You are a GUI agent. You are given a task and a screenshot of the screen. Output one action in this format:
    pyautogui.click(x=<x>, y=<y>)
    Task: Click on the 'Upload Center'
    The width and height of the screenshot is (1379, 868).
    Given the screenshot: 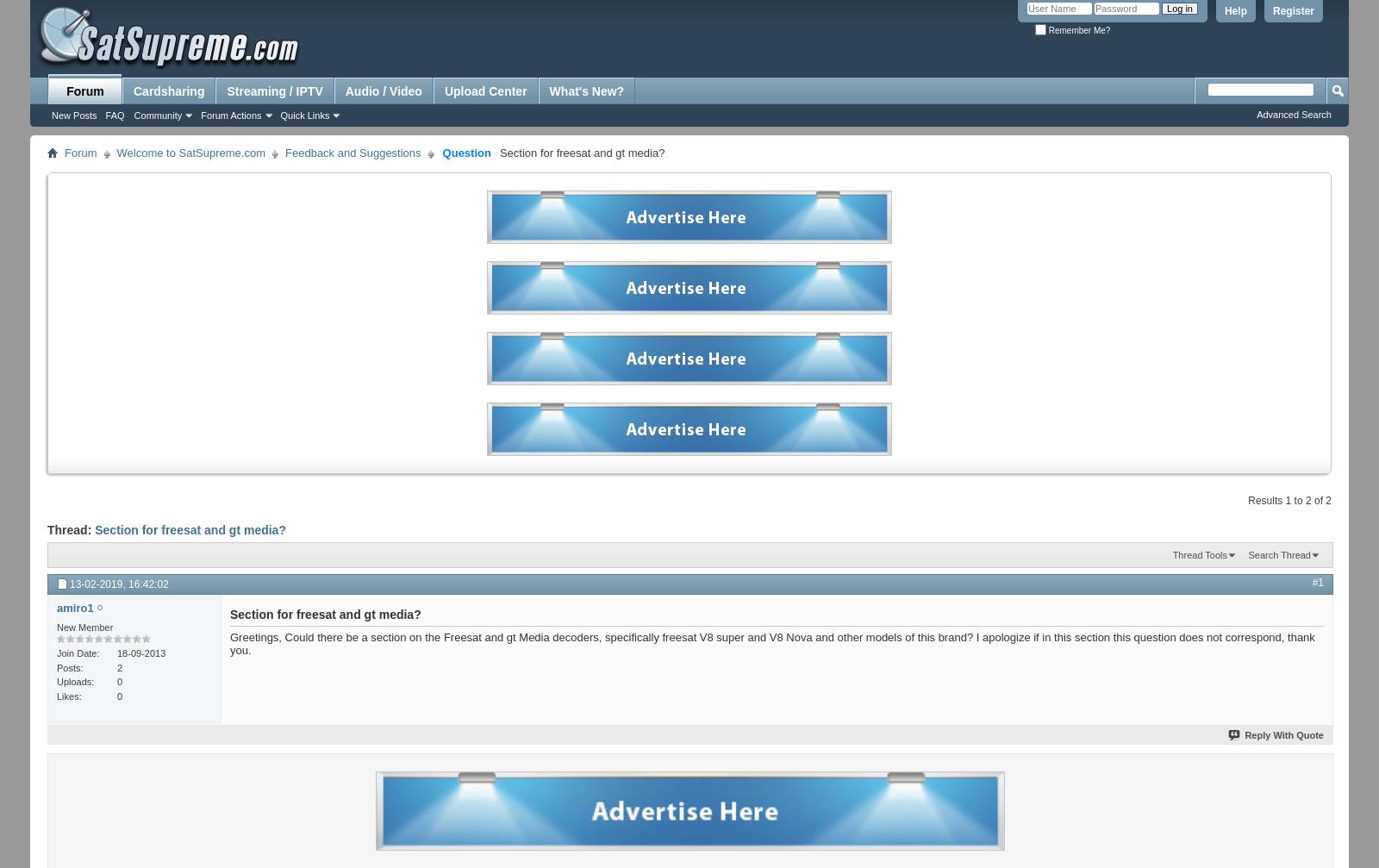 What is the action you would take?
    pyautogui.click(x=484, y=91)
    